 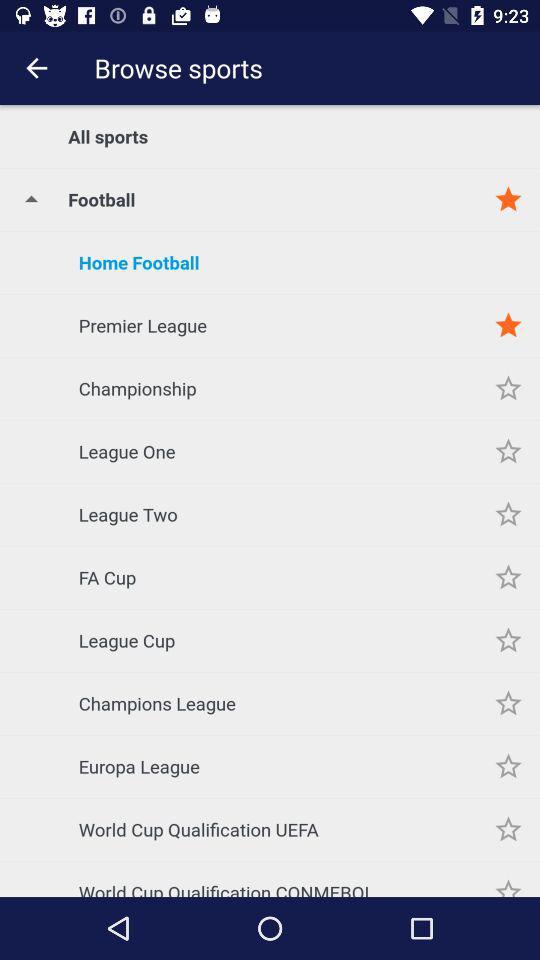 I want to click on favorite, so click(x=508, y=577).